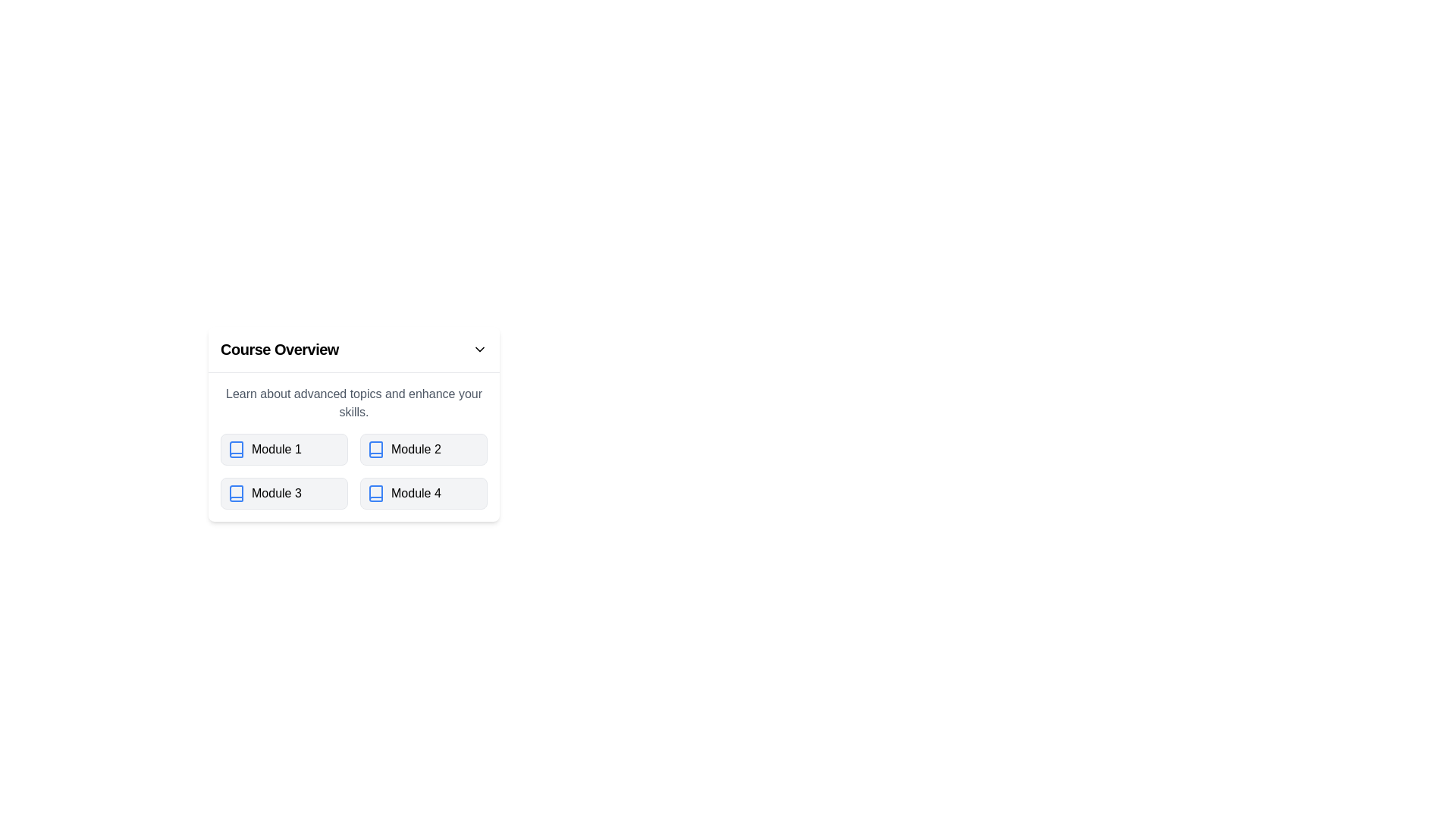 This screenshot has width=1456, height=819. I want to click on the third module button labeled 'Module 3' in the course overview interface, so click(284, 494).